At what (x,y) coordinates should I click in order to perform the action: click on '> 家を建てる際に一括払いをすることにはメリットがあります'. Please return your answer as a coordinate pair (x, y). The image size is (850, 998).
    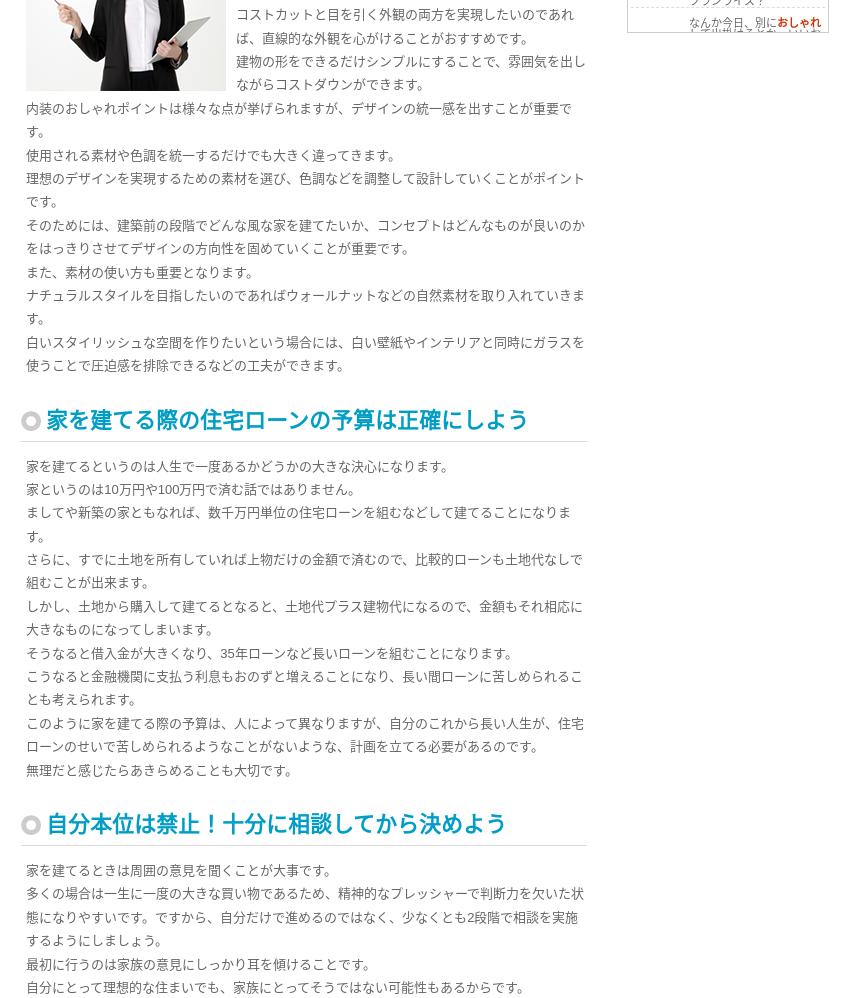
    Looking at the image, I should click on (731, 255).